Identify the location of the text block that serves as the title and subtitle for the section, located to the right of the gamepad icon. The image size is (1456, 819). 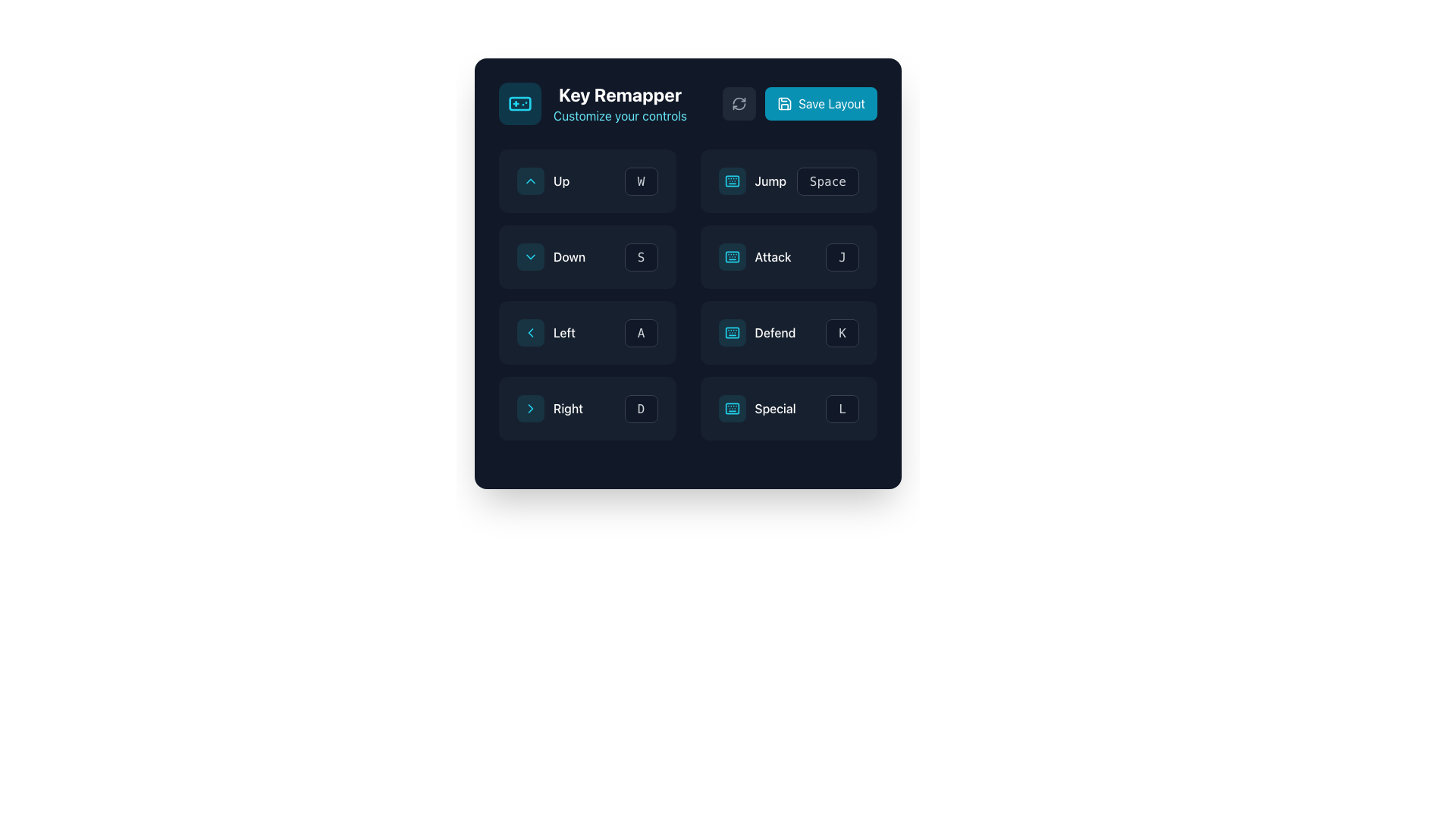
(620, 103).